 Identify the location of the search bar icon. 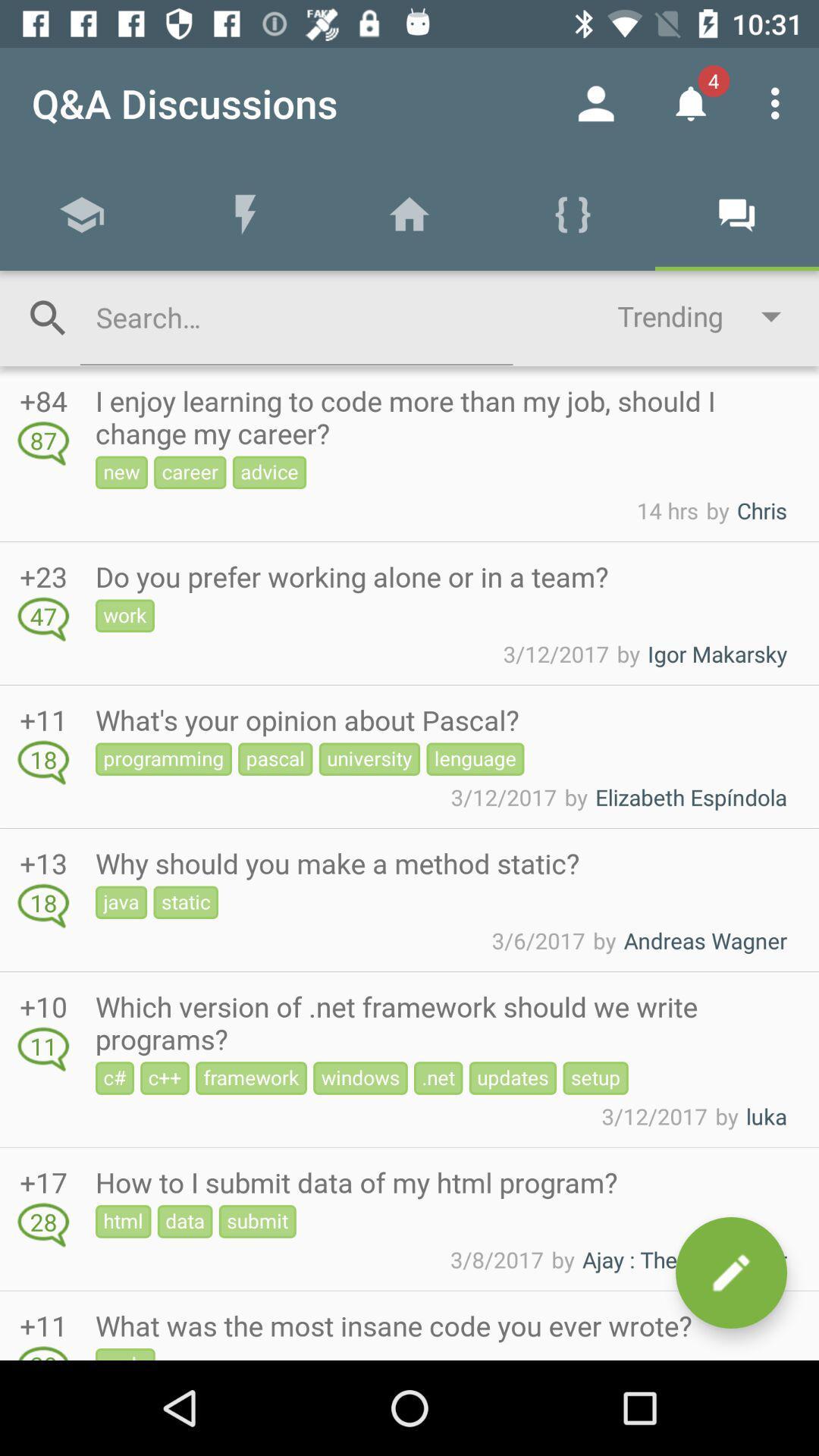
(48, 318).